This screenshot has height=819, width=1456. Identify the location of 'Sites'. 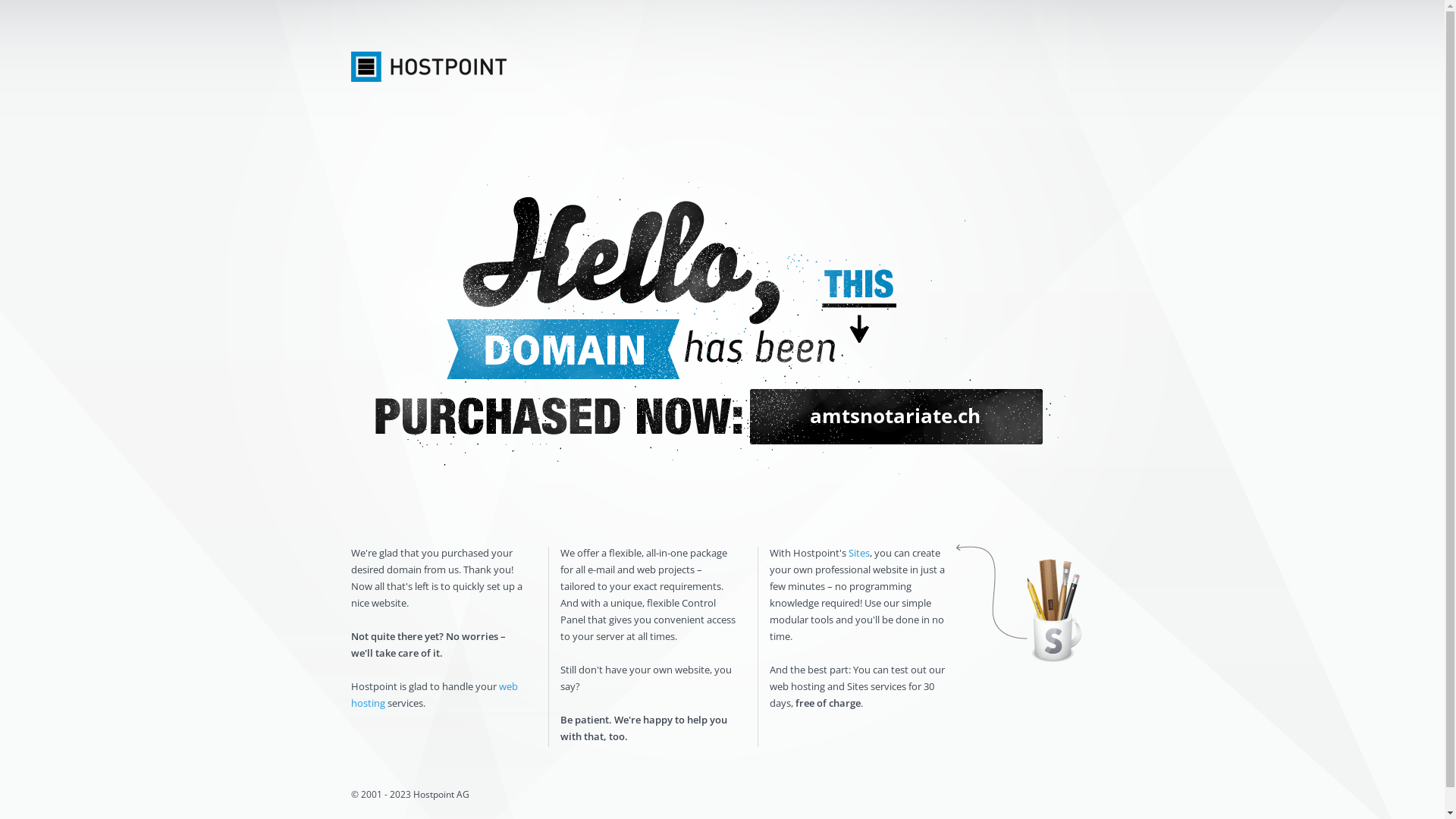
(858, 553).